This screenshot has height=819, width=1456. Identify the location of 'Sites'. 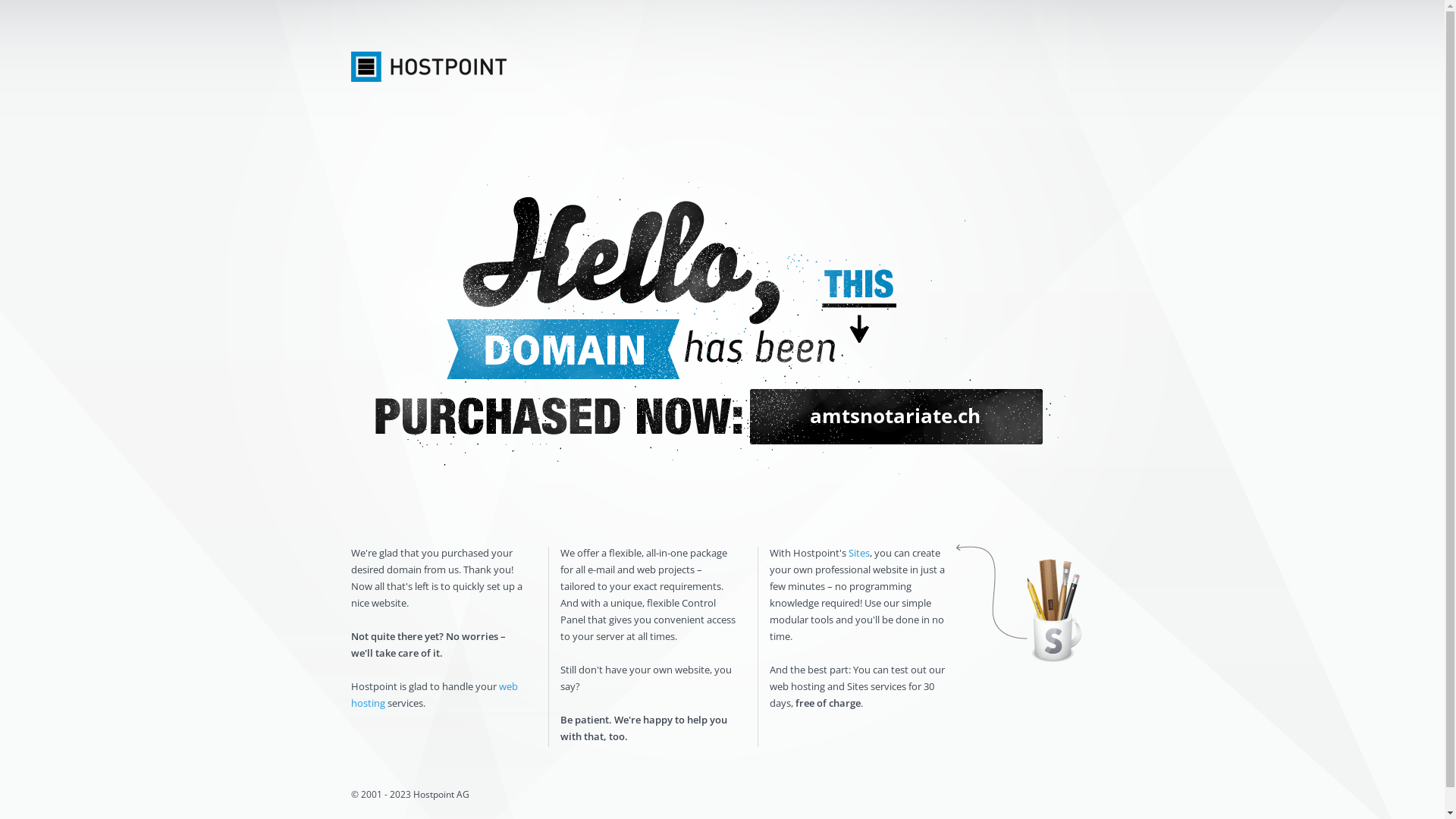
(858, 553).